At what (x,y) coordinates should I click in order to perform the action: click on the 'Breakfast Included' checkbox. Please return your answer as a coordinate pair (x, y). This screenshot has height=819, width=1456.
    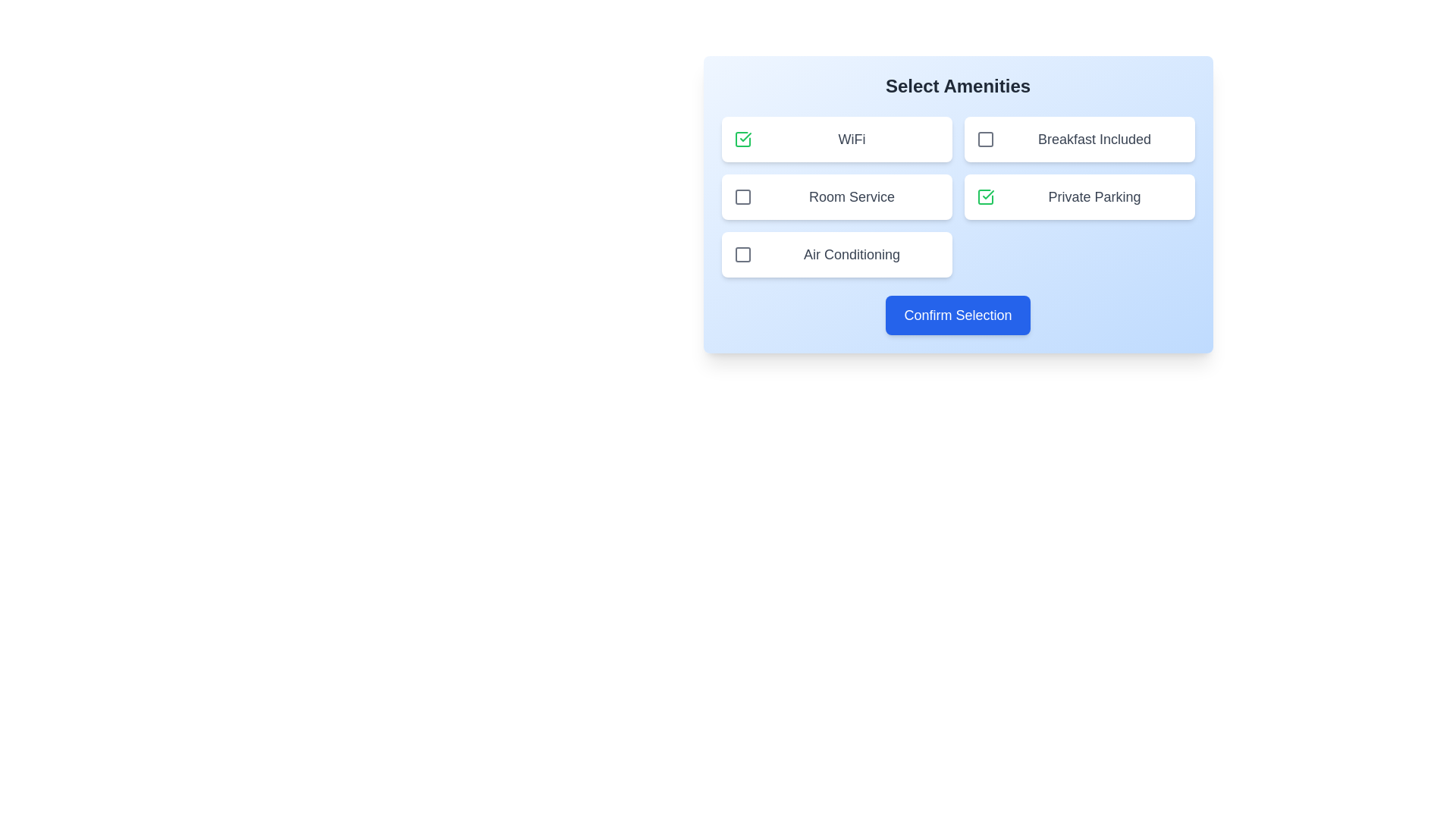
    Looking at the image, I should click on (985, 140).